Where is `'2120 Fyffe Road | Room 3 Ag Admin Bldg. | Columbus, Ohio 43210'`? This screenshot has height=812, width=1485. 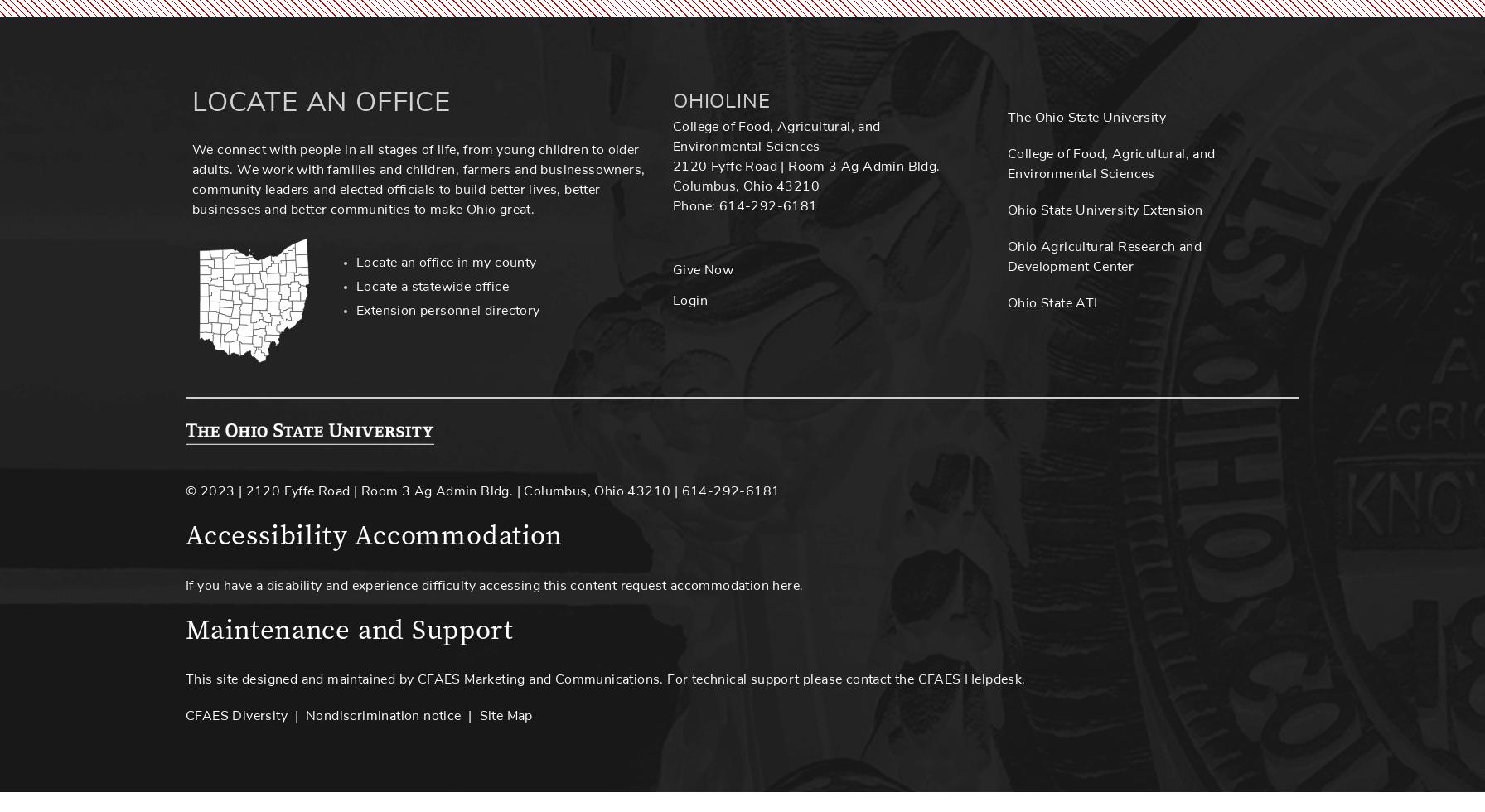
'2120 Fyffe Road | Room 3 Ag Admin Bldg. | Columbus, Ohio 43210' is located at coordinates (457, 491).